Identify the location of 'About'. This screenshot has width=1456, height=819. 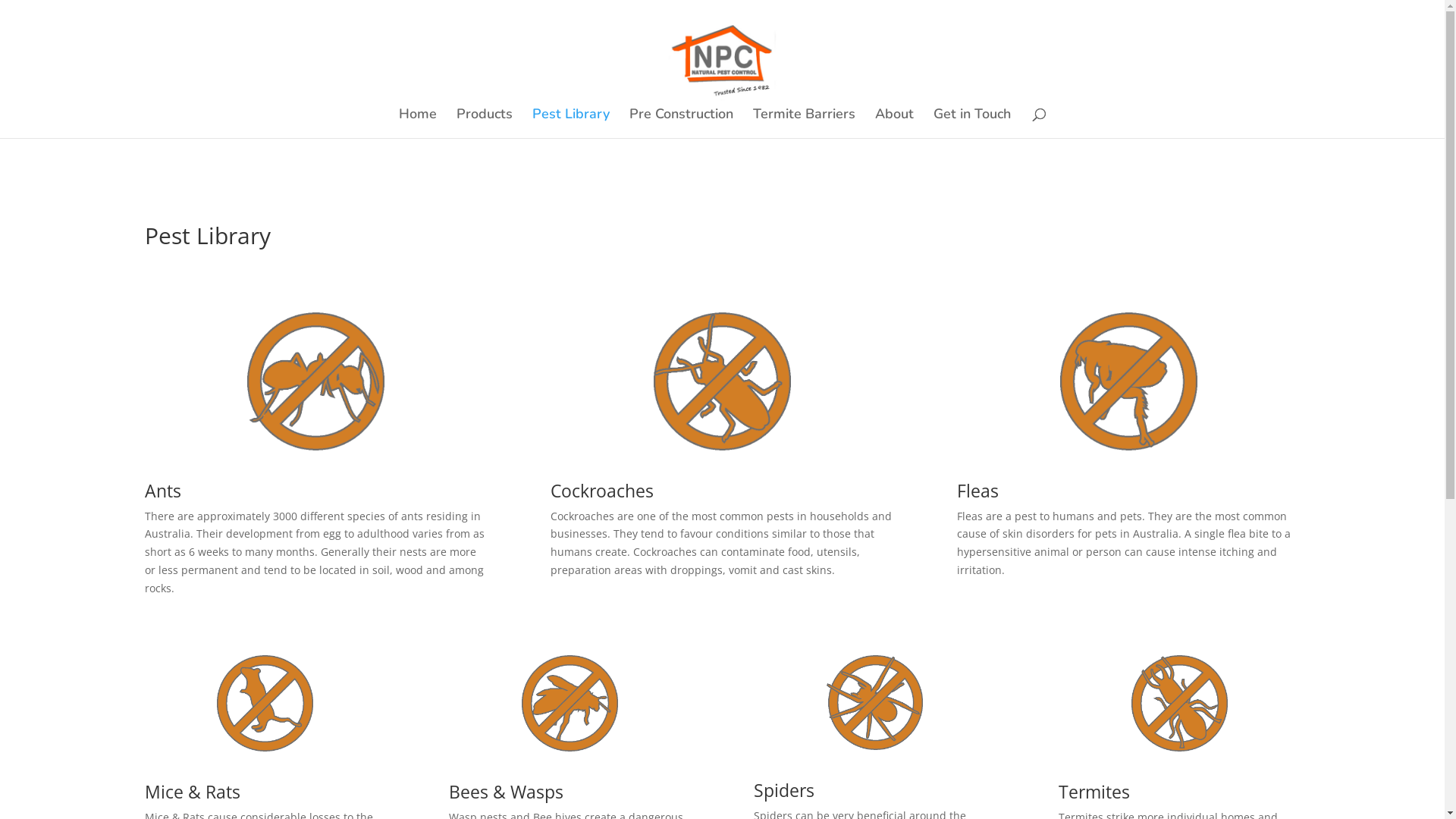
(894, 122).